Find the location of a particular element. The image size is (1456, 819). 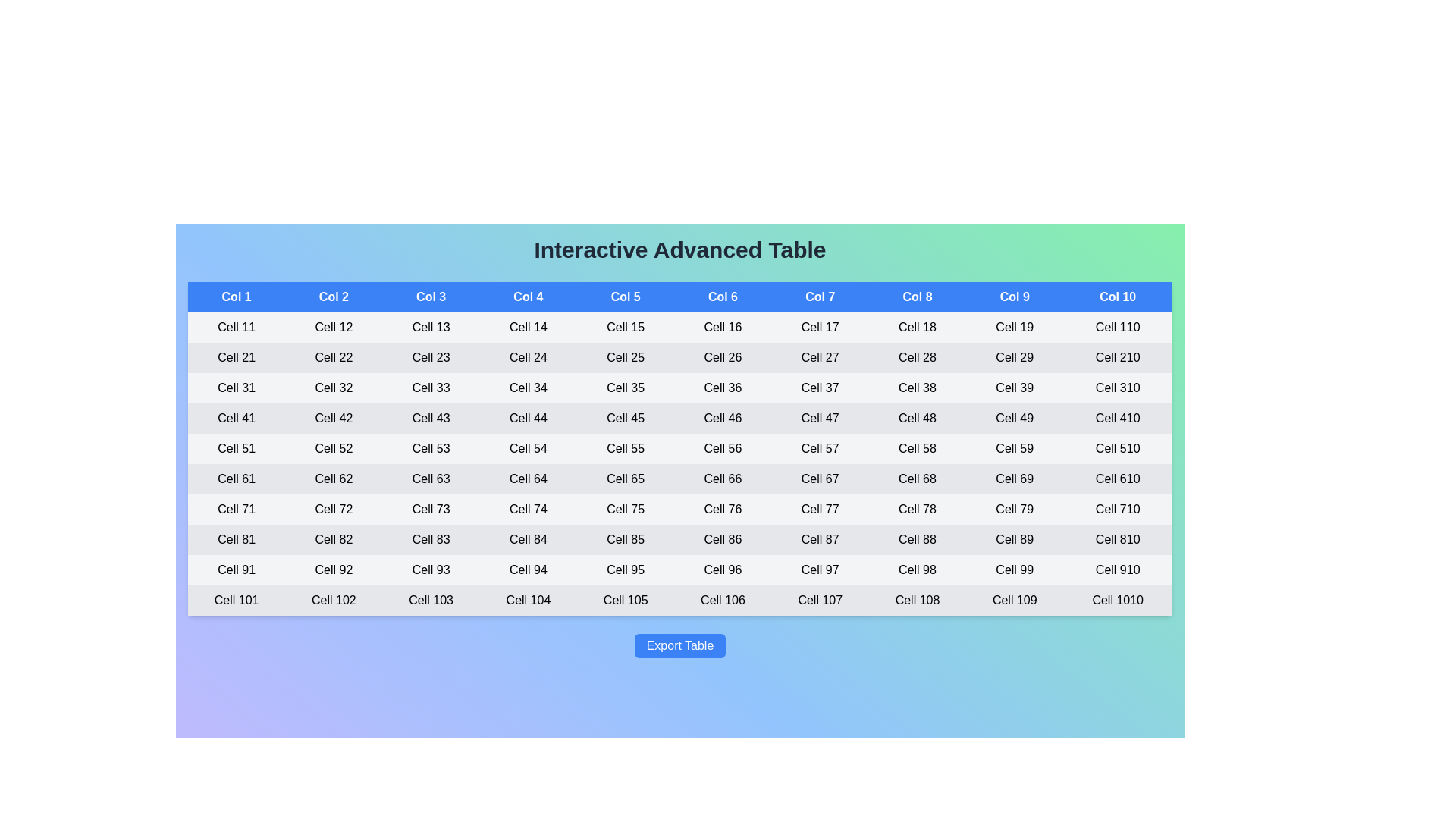

the cell labeled 'Cell 11' to highlight its text is located at coordinates (236, 327).